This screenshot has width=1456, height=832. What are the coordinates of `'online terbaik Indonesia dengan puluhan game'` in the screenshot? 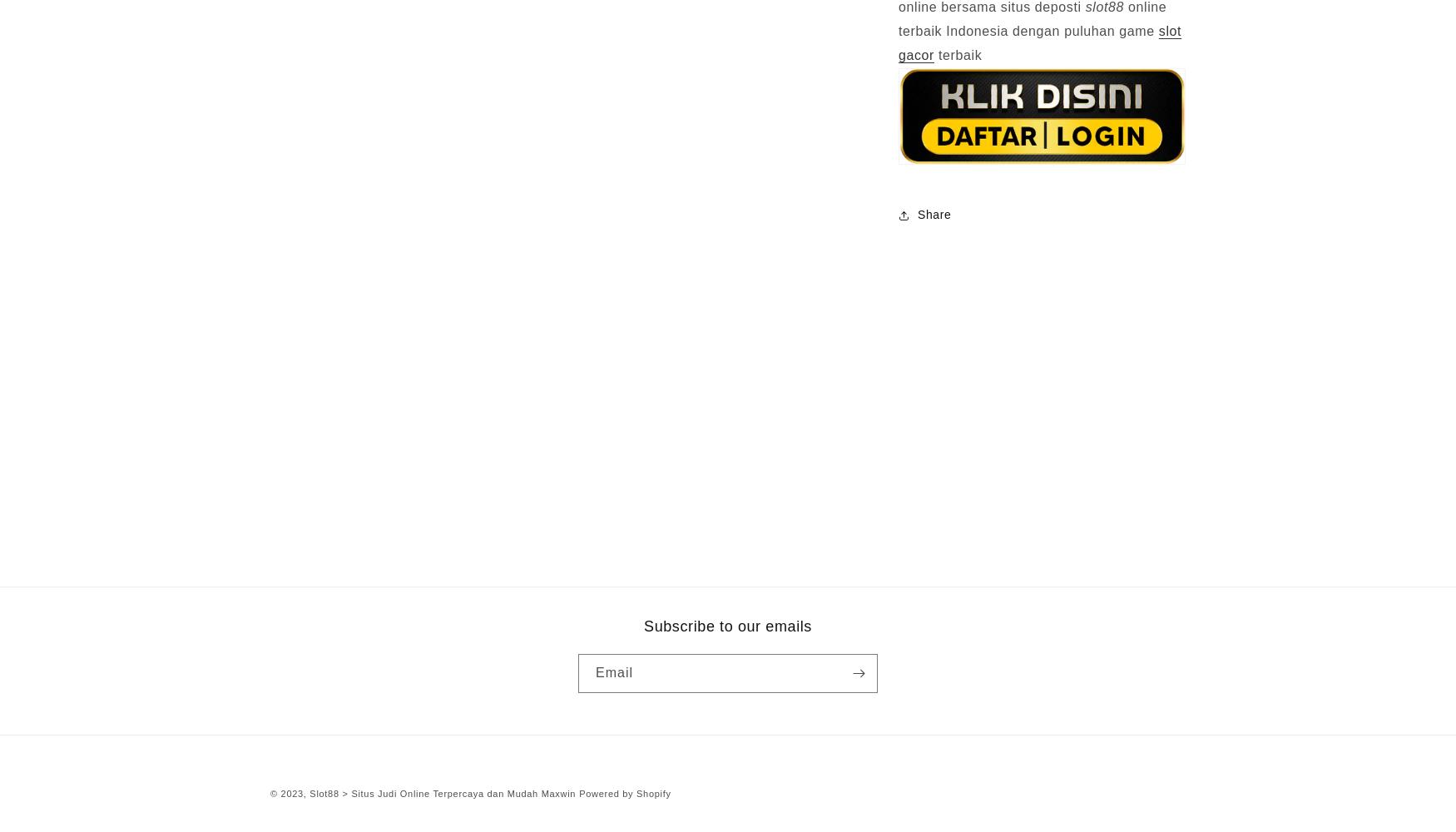 It's located at (1032, 19).